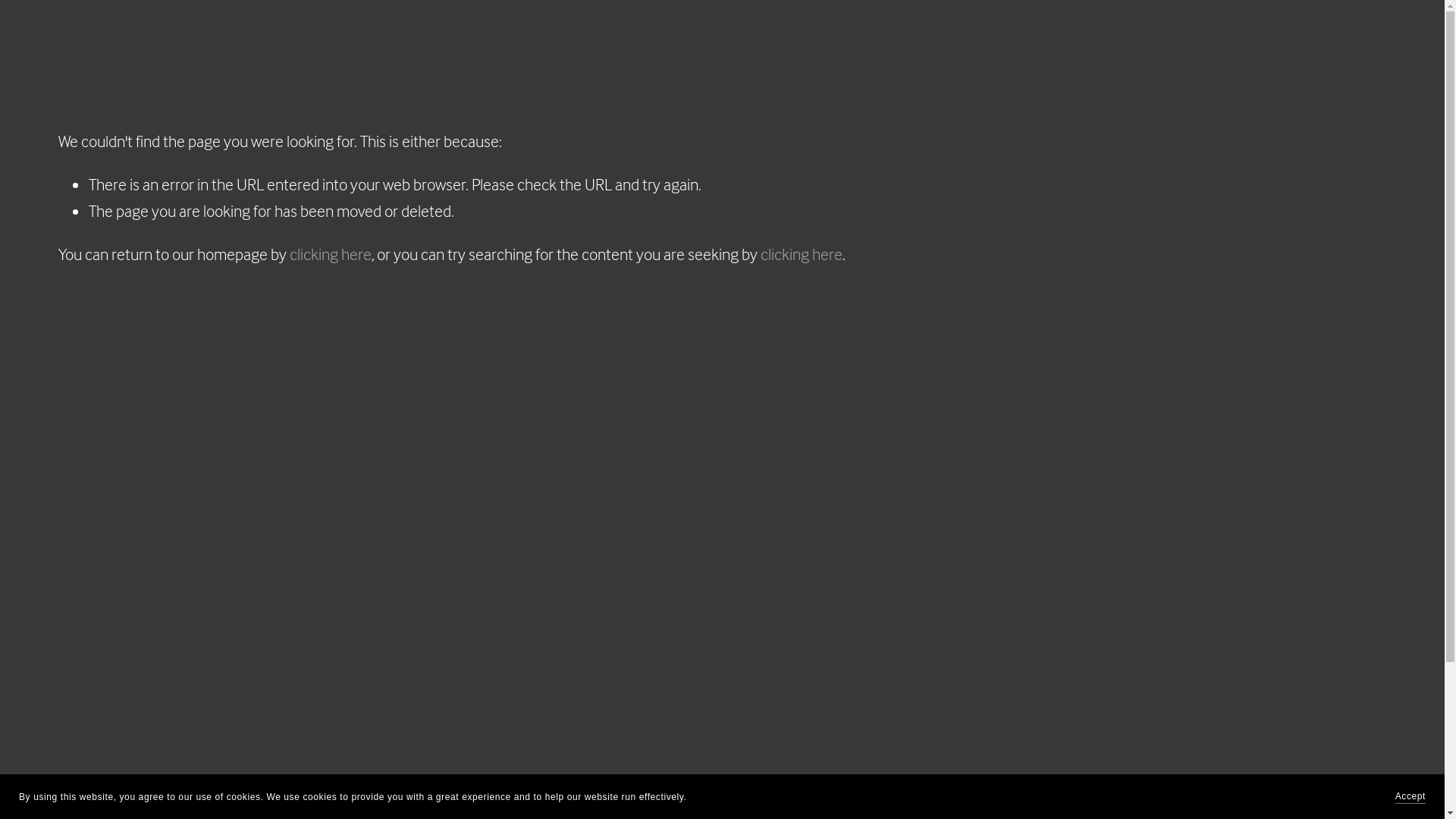 Image resolution: width=1456 pixels, height=819 pixels. Describe the element at coordinates (800, 253) in the screenshot. I see `'clicking here'` at that location.